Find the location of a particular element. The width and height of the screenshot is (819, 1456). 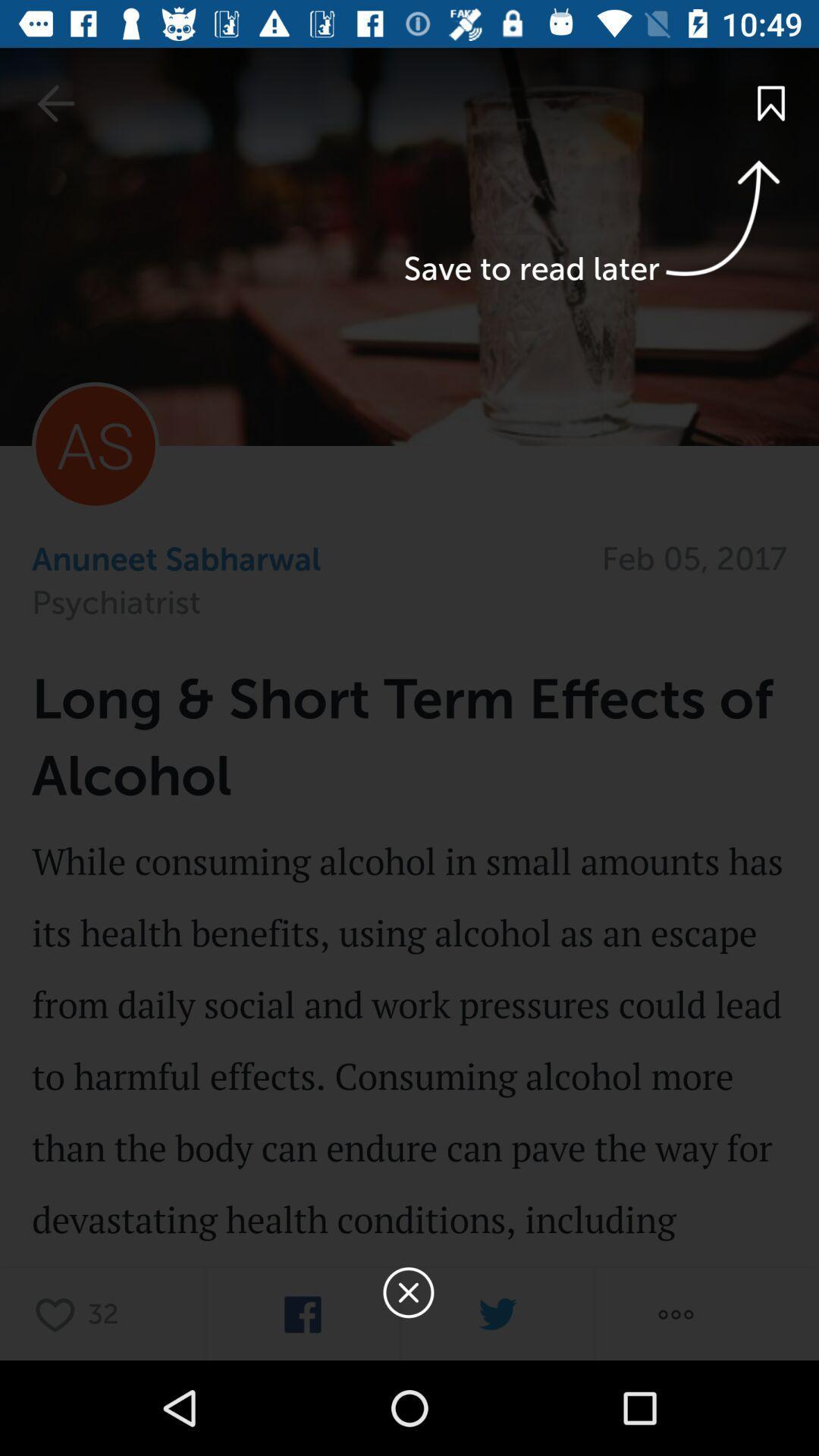

more options is located at coordinates (675, 1313).